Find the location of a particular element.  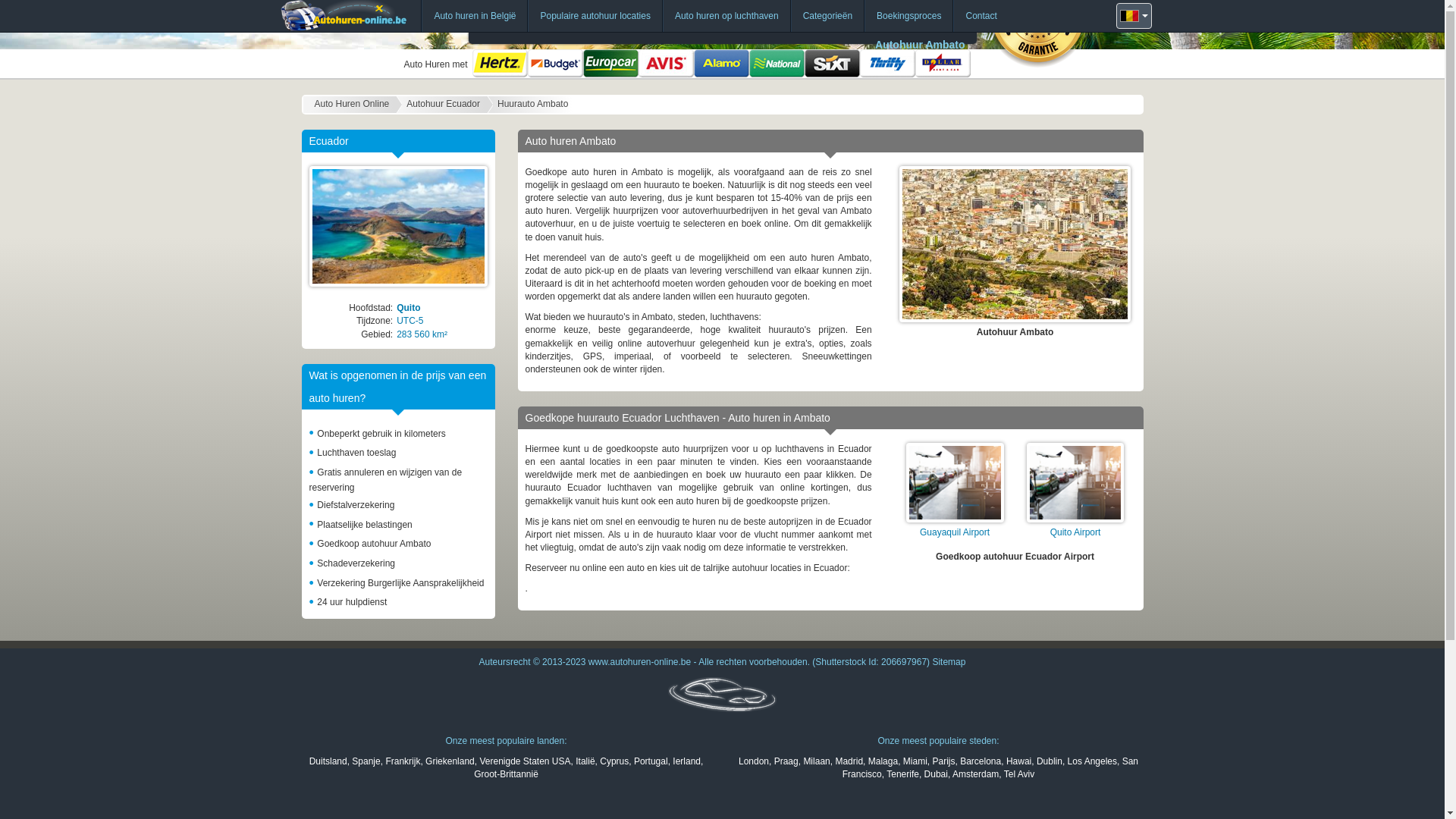

'Boekingsproces' is located at coordinates (908, 15).